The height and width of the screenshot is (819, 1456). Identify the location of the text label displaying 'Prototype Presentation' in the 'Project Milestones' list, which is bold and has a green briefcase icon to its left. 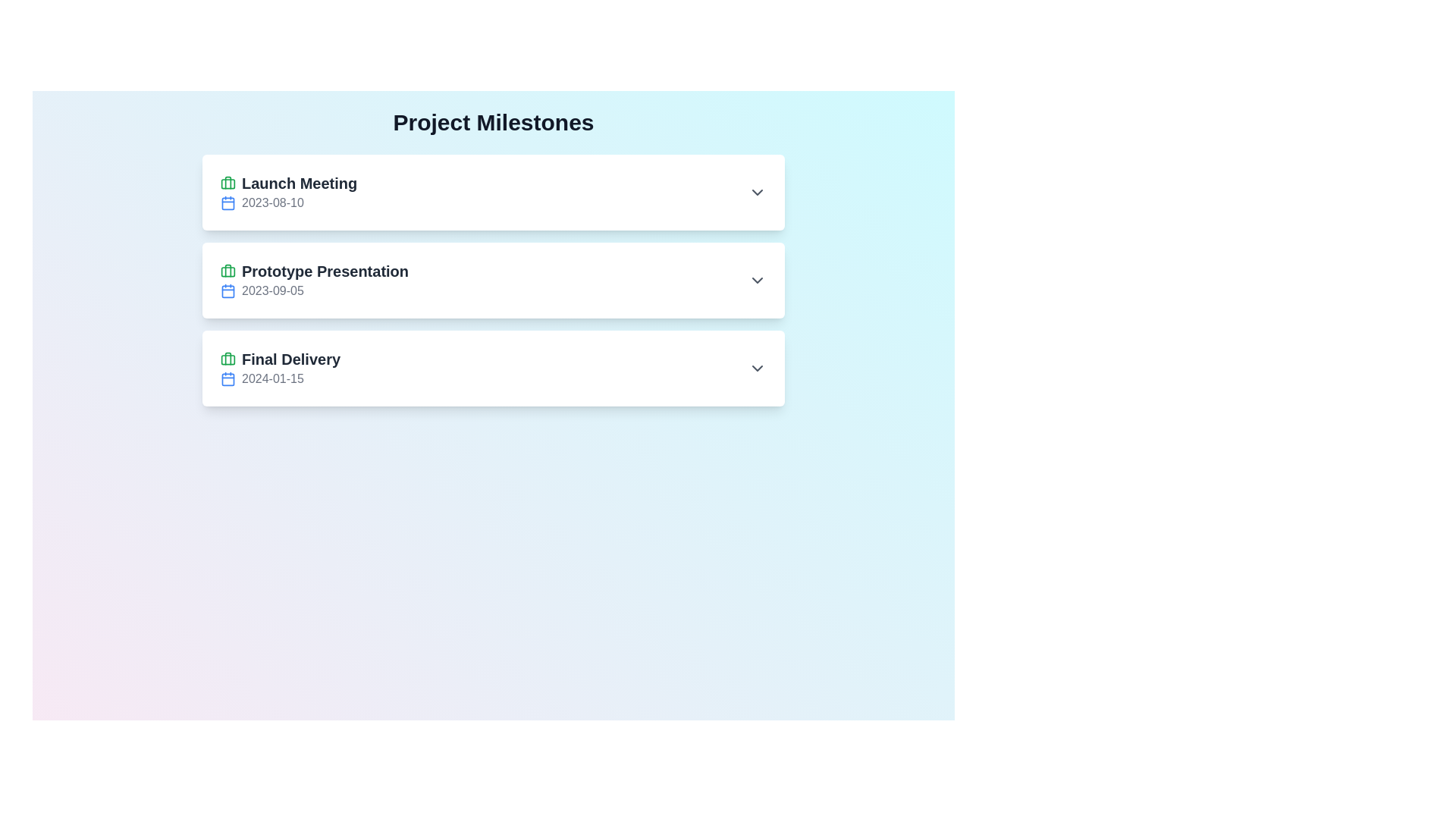
(314, 271).